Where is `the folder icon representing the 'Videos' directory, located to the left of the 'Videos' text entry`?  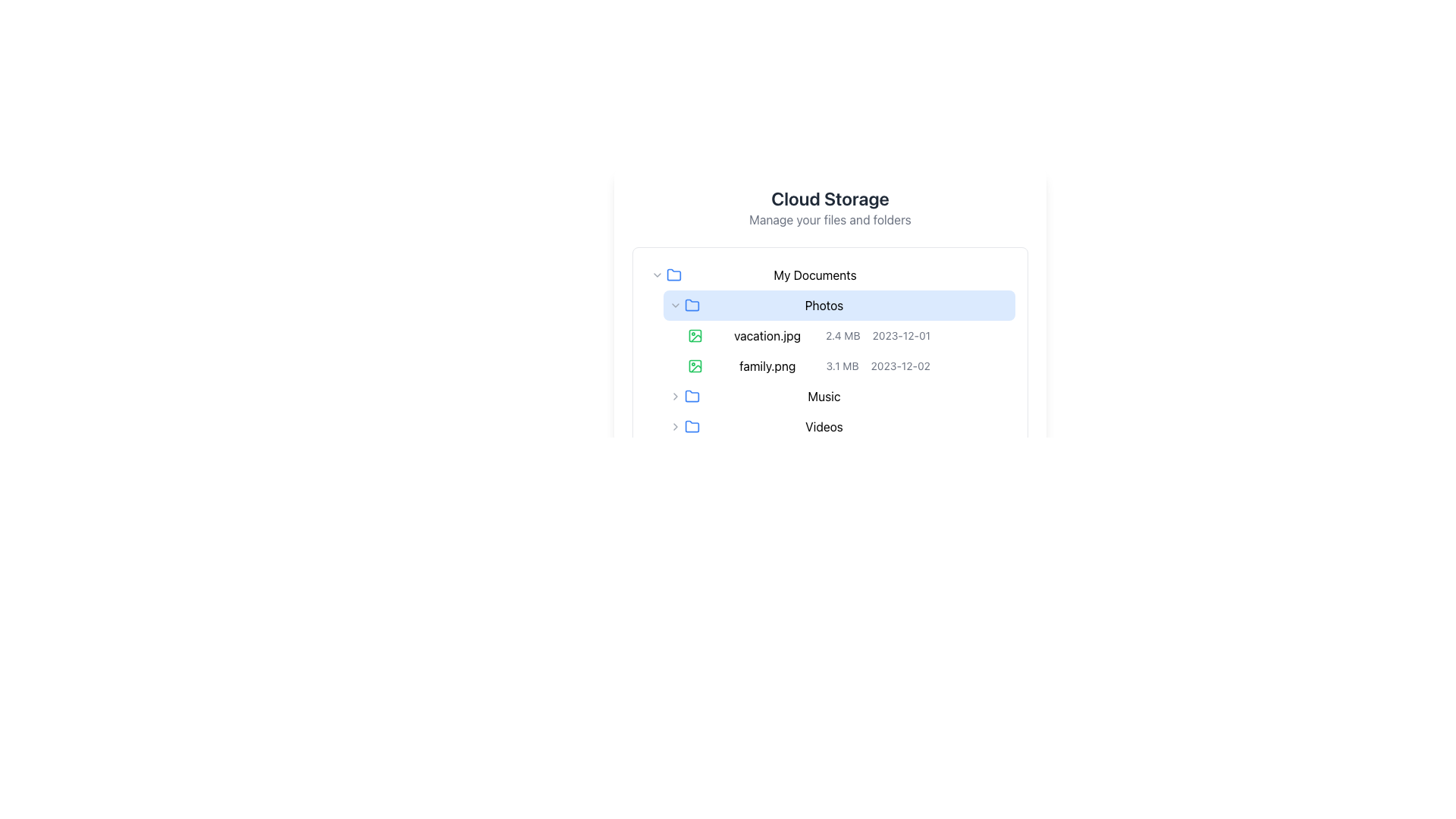 the folder icon representing the 'Videos' directory, located to the left of the 'Videos' text entry is located at coordinates (691, 427).